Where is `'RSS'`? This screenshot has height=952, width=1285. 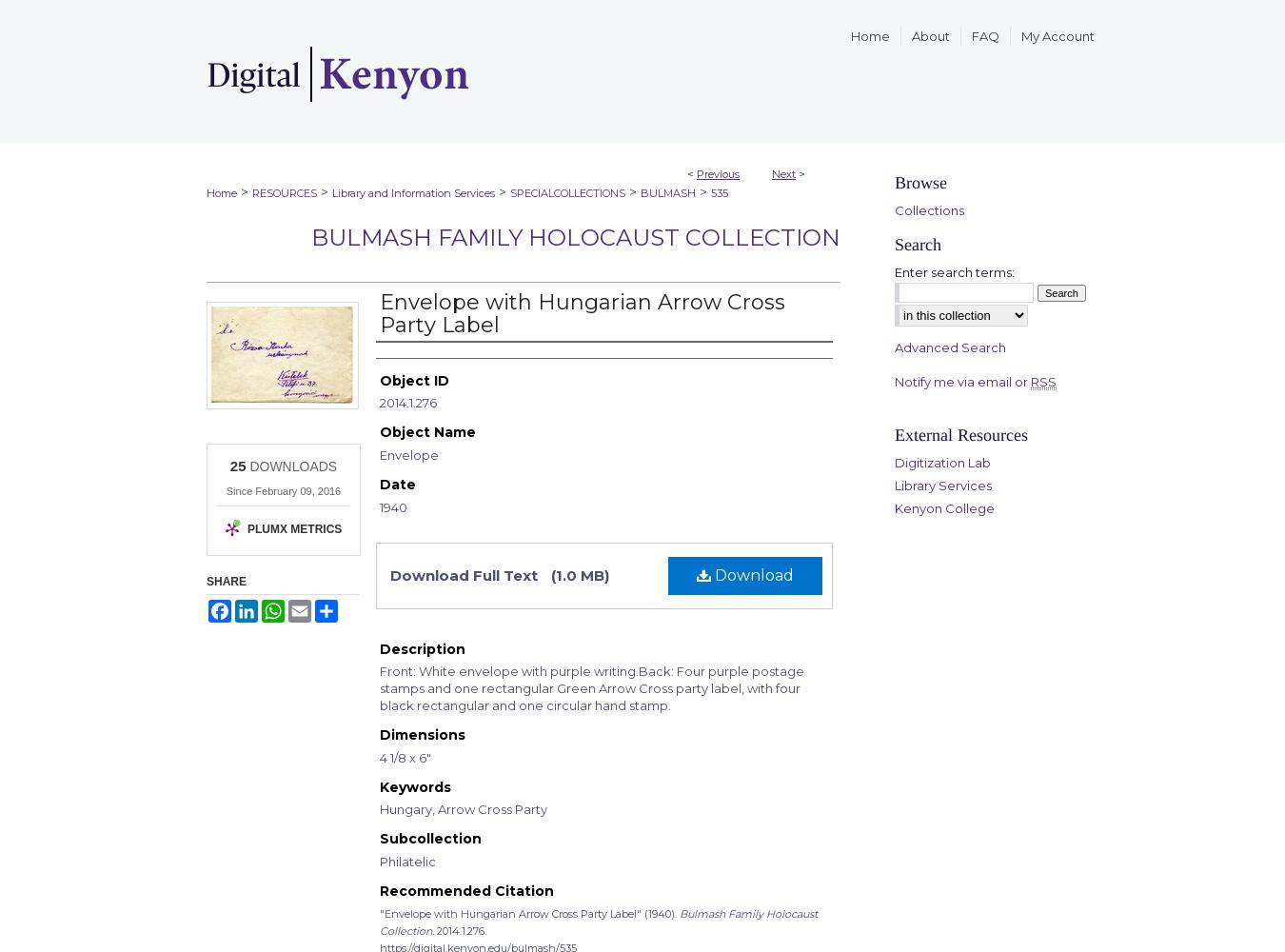 'RSS' is located at coordinates (1030, 382).